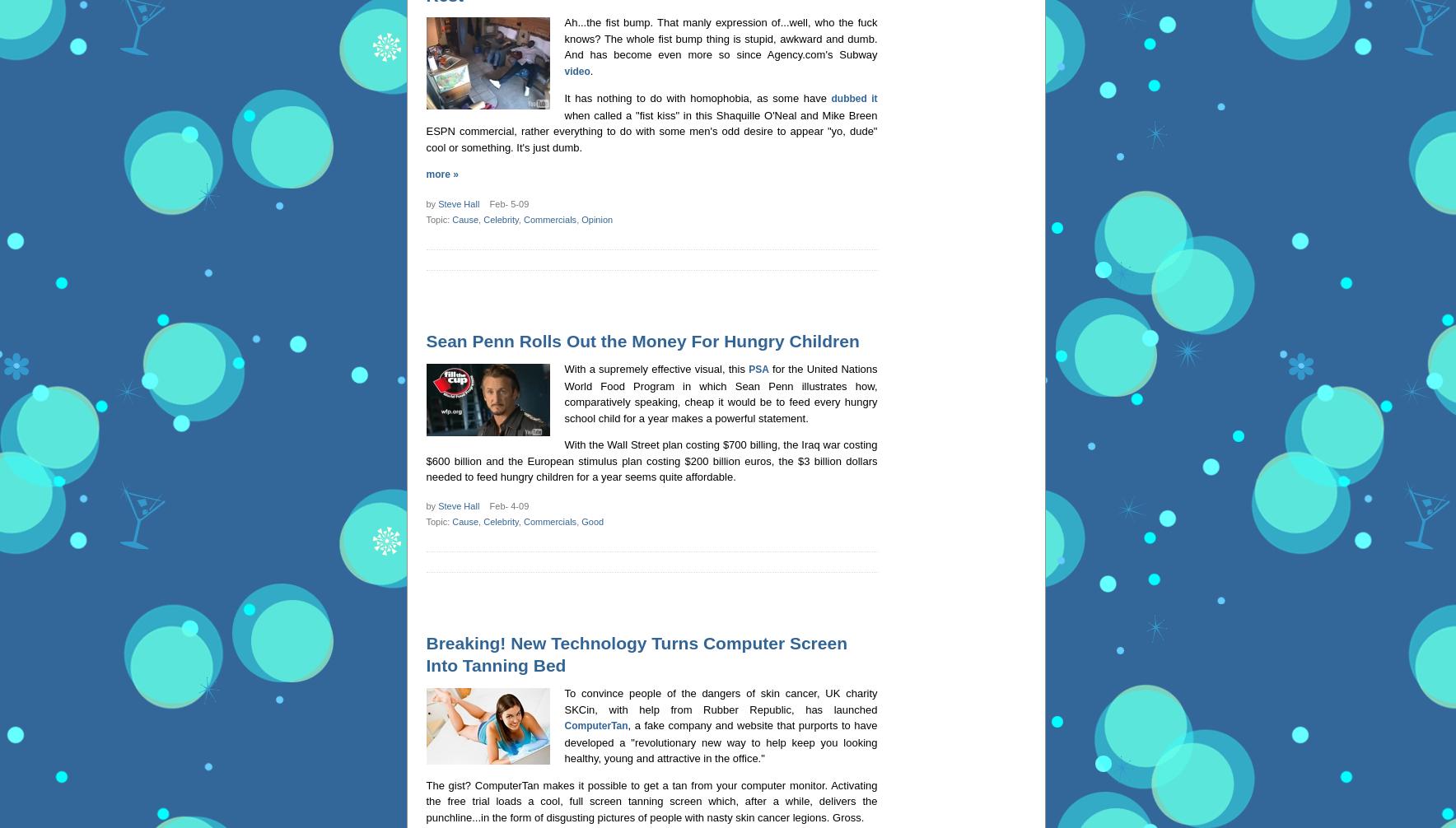 The height and width of the screenshot is (828, 1456). I want to click on 'dubbed it', so click(852, 99).